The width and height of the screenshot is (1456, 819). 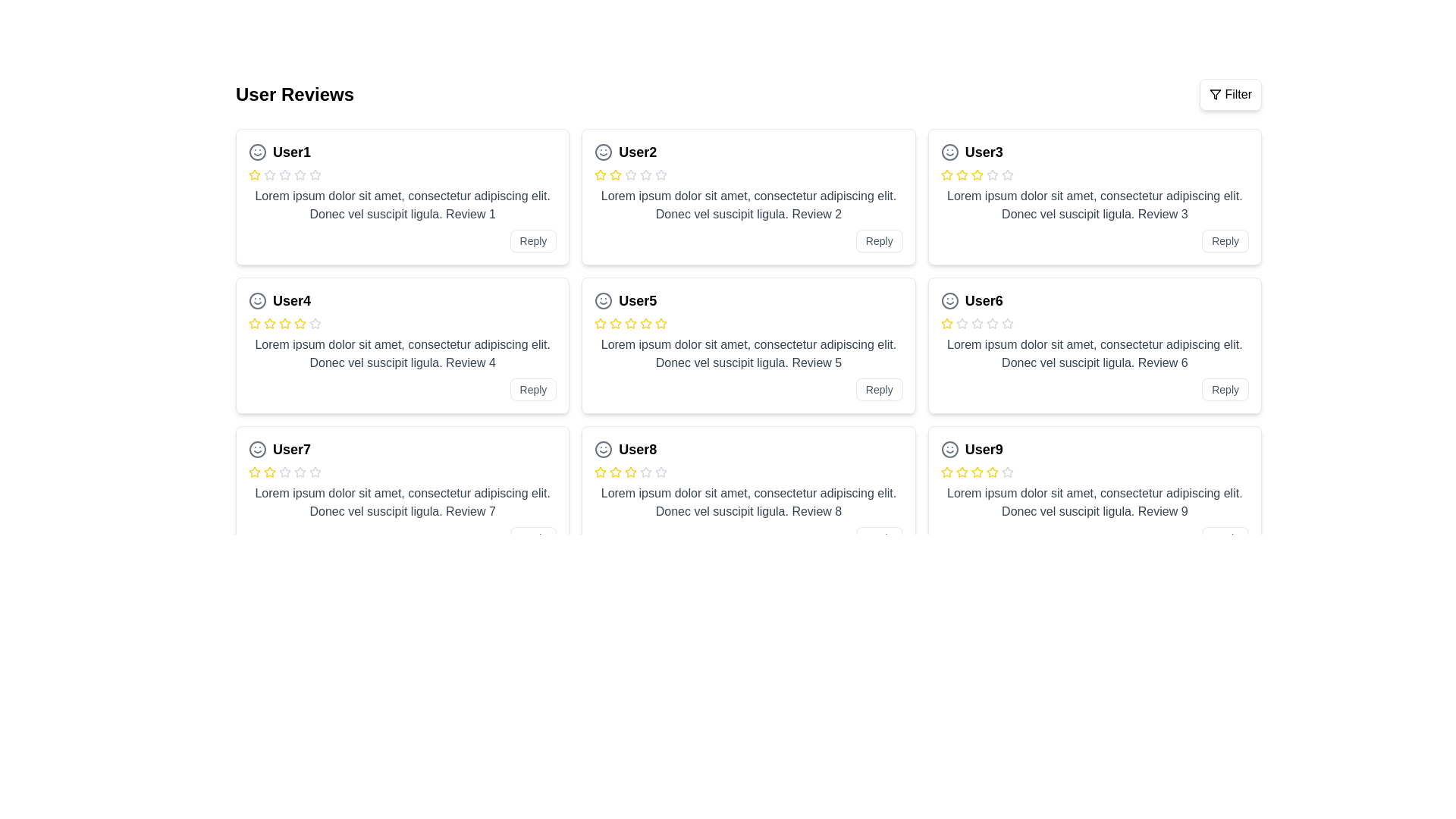 I want to click on the third star icon in the star rating row on the review card for 'User1' to indicate a rating level, so click(x=300, y=174).